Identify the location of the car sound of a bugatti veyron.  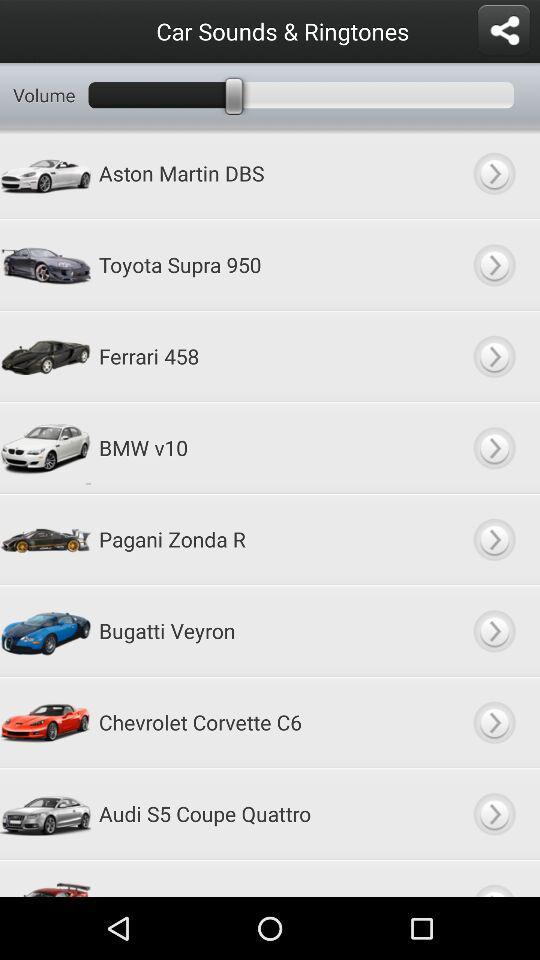
(493, 629).